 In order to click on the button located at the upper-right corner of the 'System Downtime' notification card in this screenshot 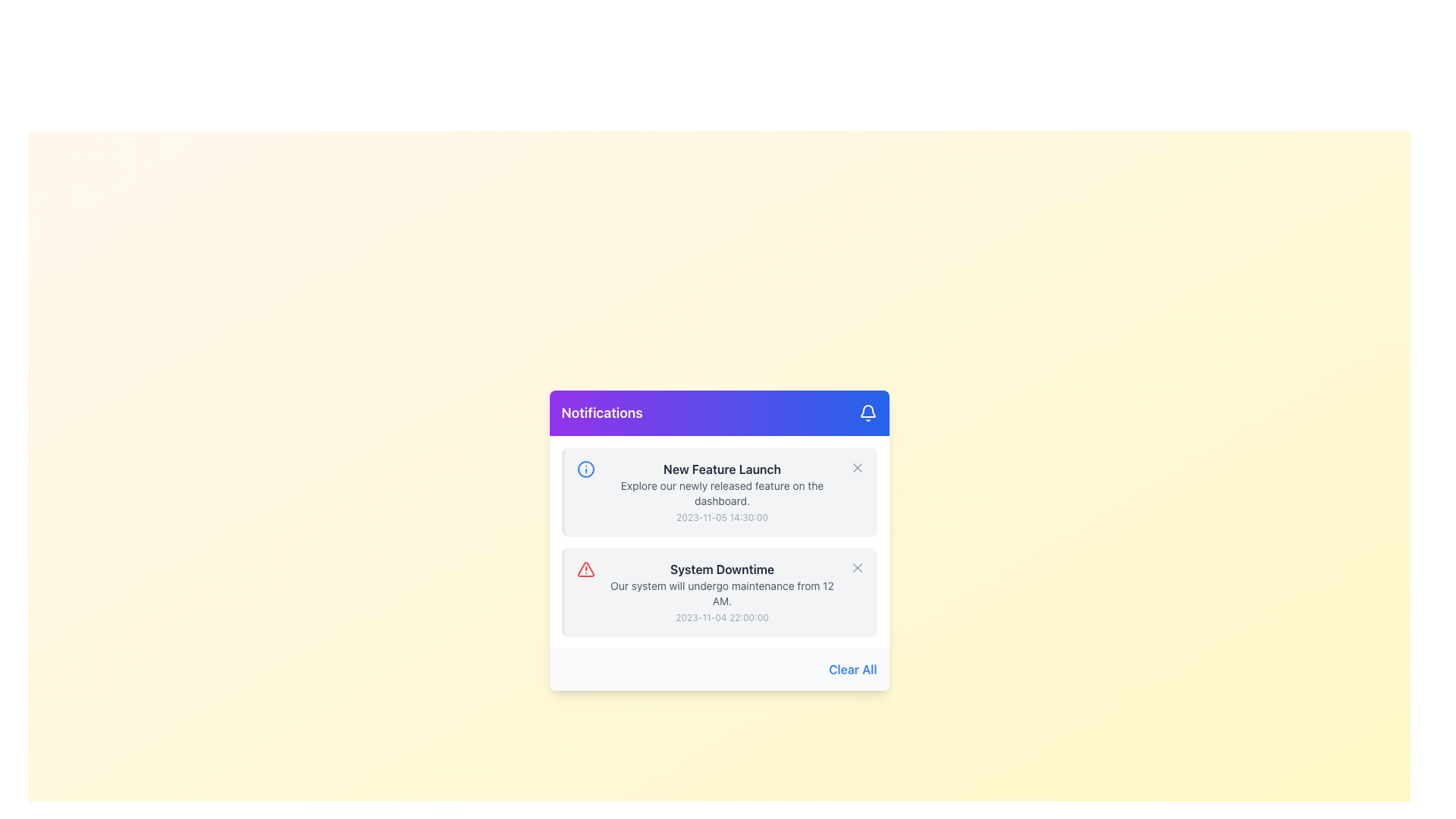, I will do `click(857, 567)`.